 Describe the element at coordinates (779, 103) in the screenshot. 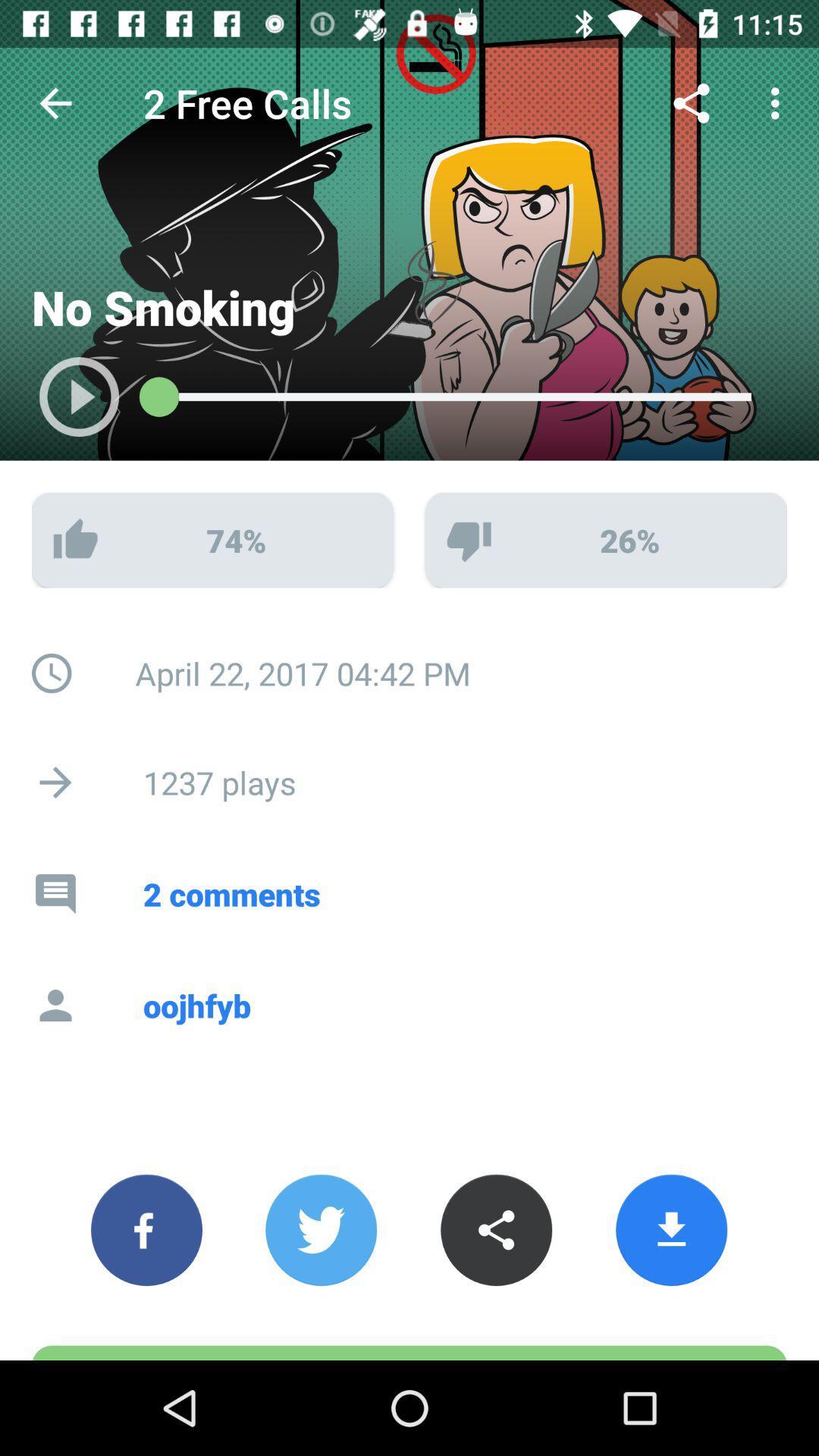

I see `the customize and control icon` at that location.